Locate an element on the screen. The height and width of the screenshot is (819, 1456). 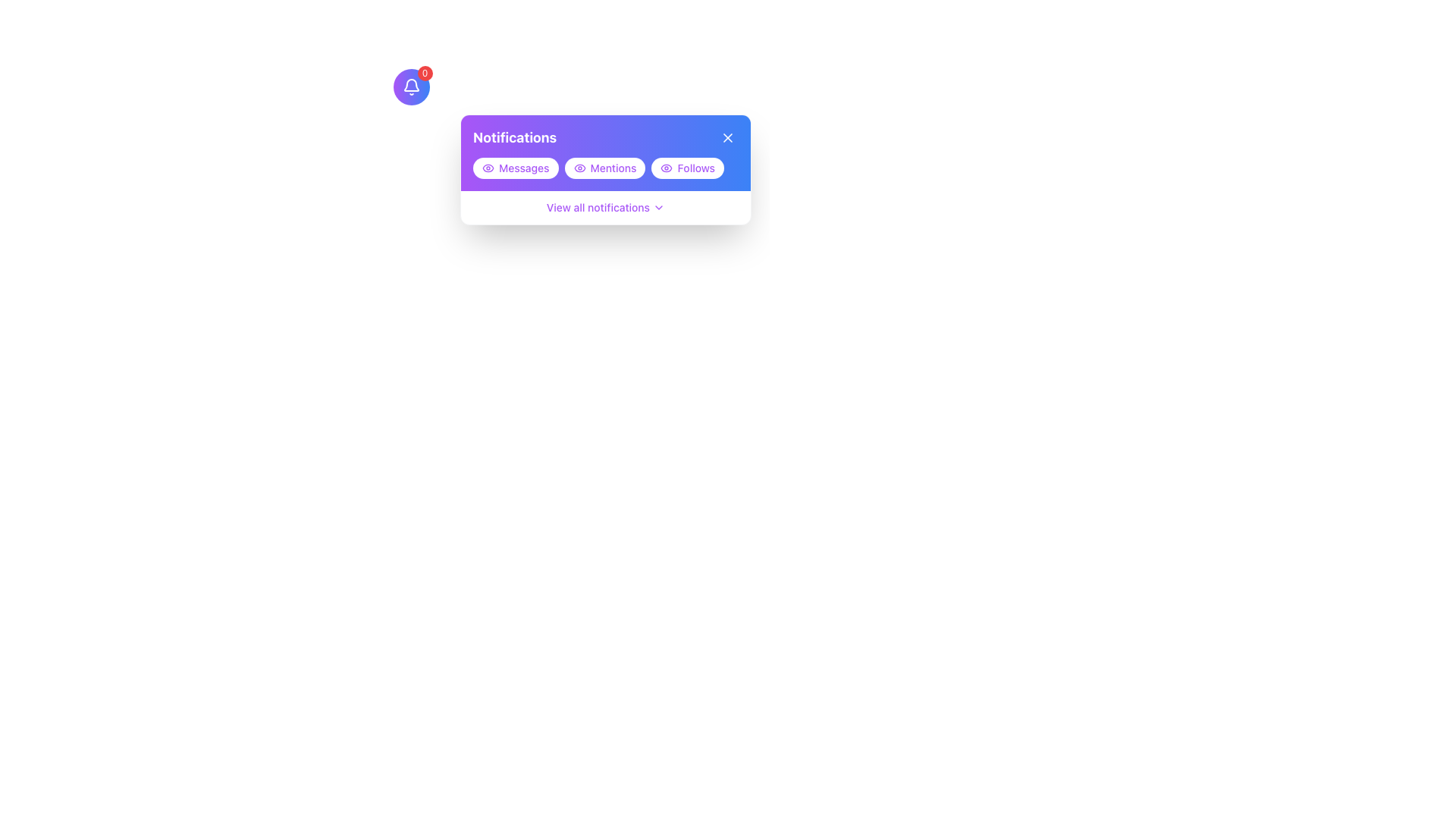
information within the 'Notifications' section, which is a rectangular area with a gradient background containing the title 'Notifications' and three buttons labeled 'Messages', 'Mentions', and 'Follows' is located at coordinates (604, 152).